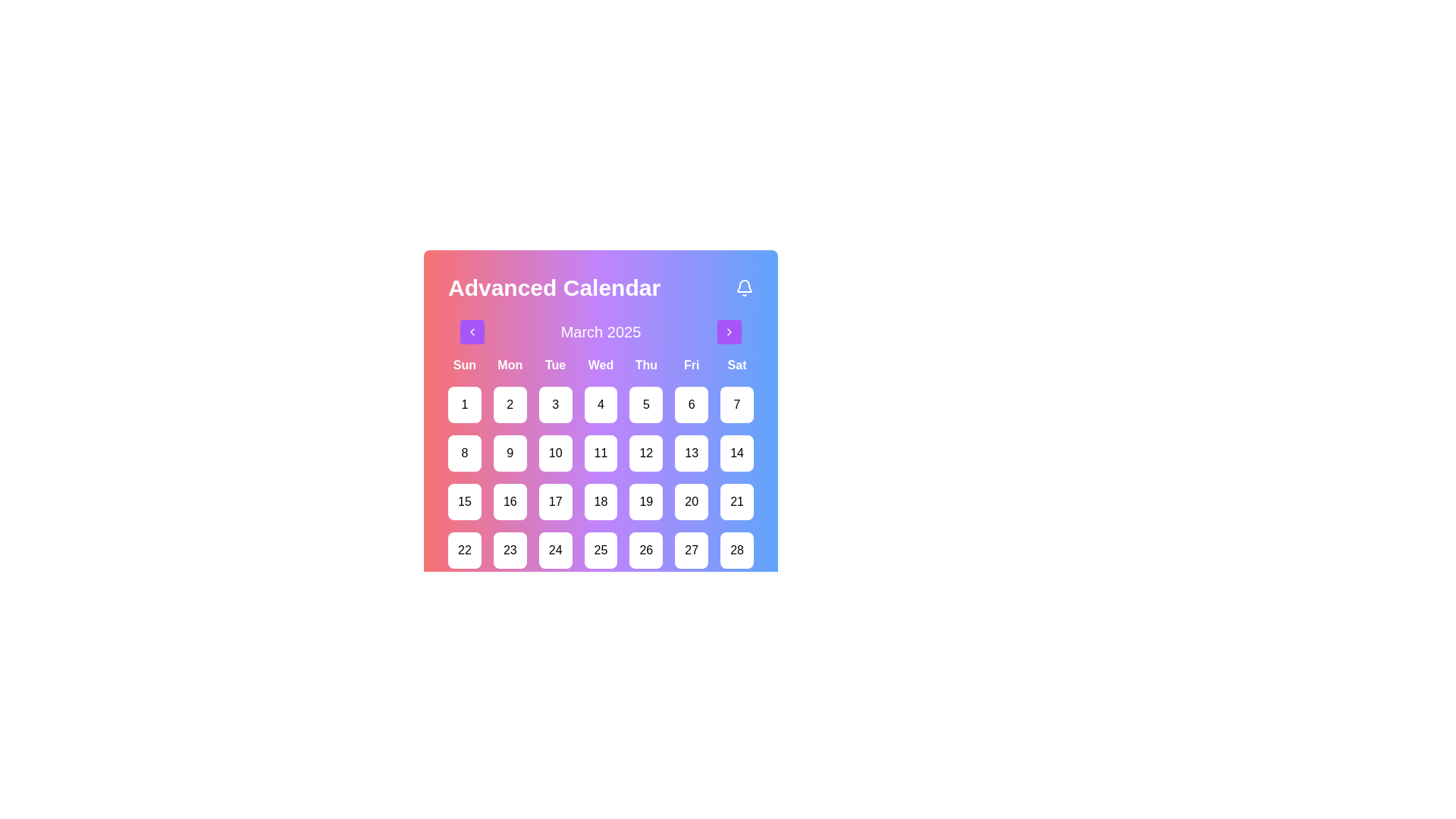  What do you see at coordinates (737, 366) in the screenshot?
I see `the text label reading 'Sat', which is the last item in a row of day labels at the top-right corner of the calendar interface` at bounding box center [737, 366].